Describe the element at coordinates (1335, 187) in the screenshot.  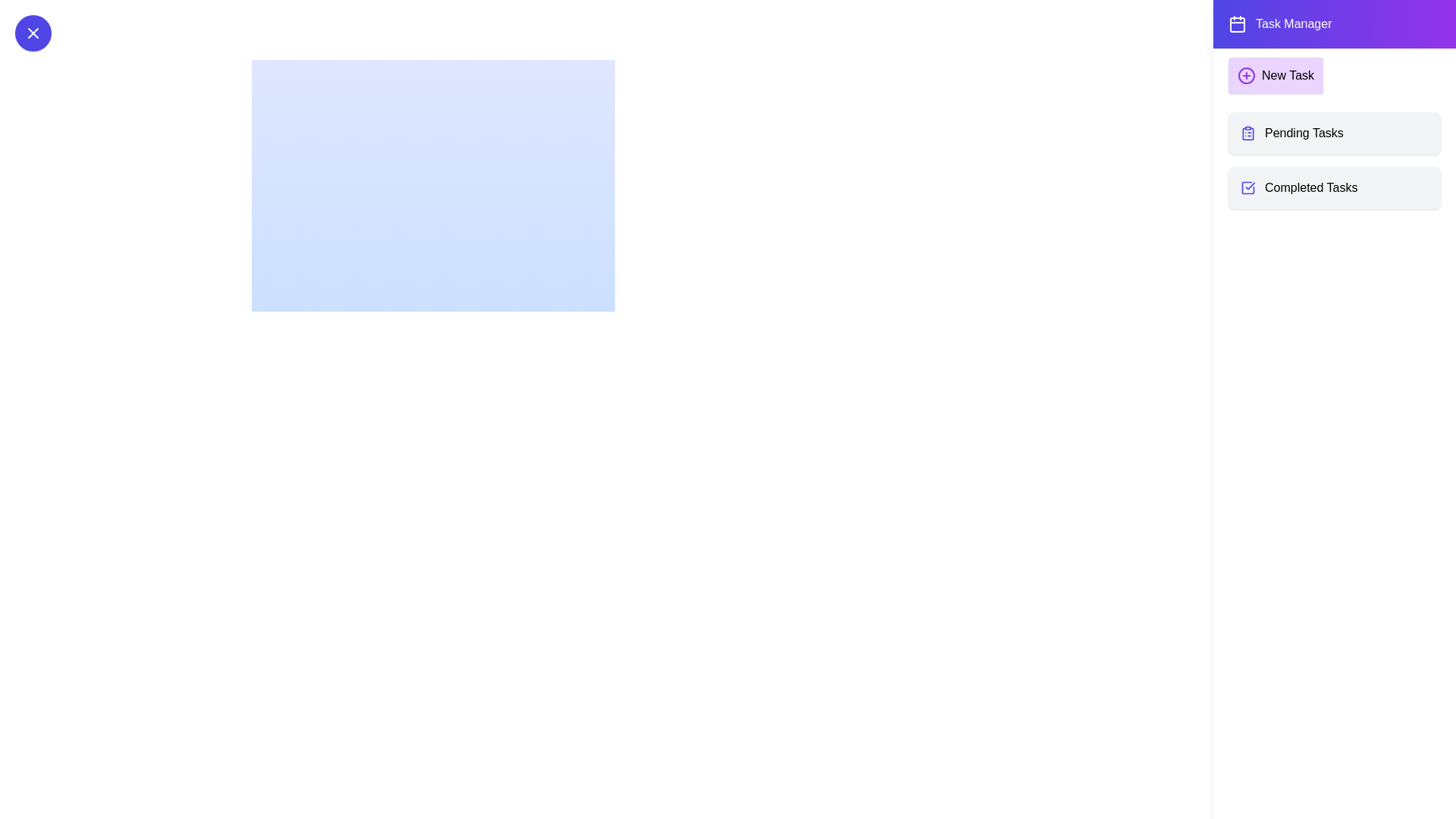
I see `the 'Completed Tasks' item in the drawer` at that location.